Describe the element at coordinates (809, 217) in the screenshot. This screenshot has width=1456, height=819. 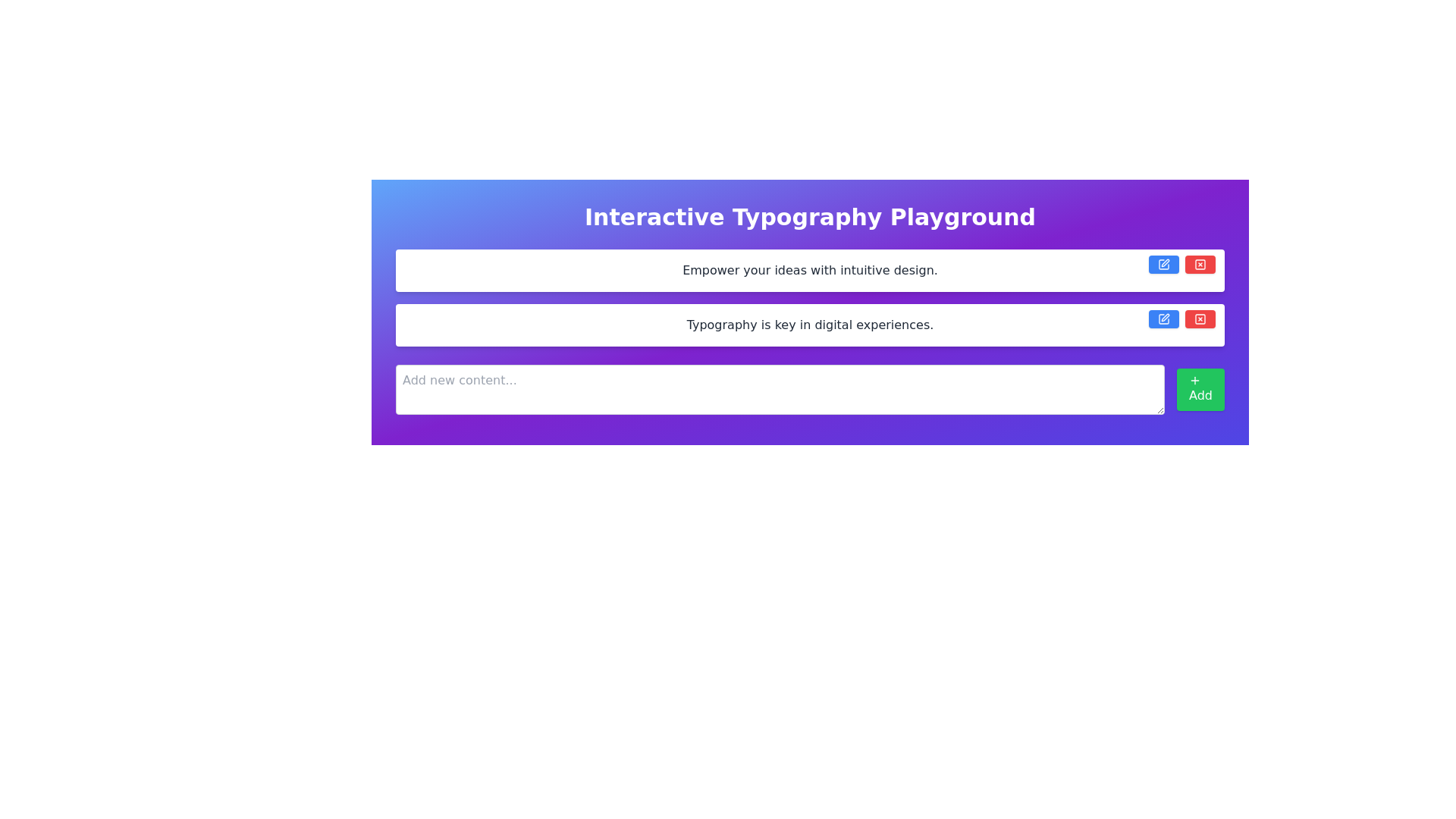
I see `the large heading displaying 'Interactive Typography Playground', which is centrally aligned and styled with bold typography on a colorful gradient background` at that location.